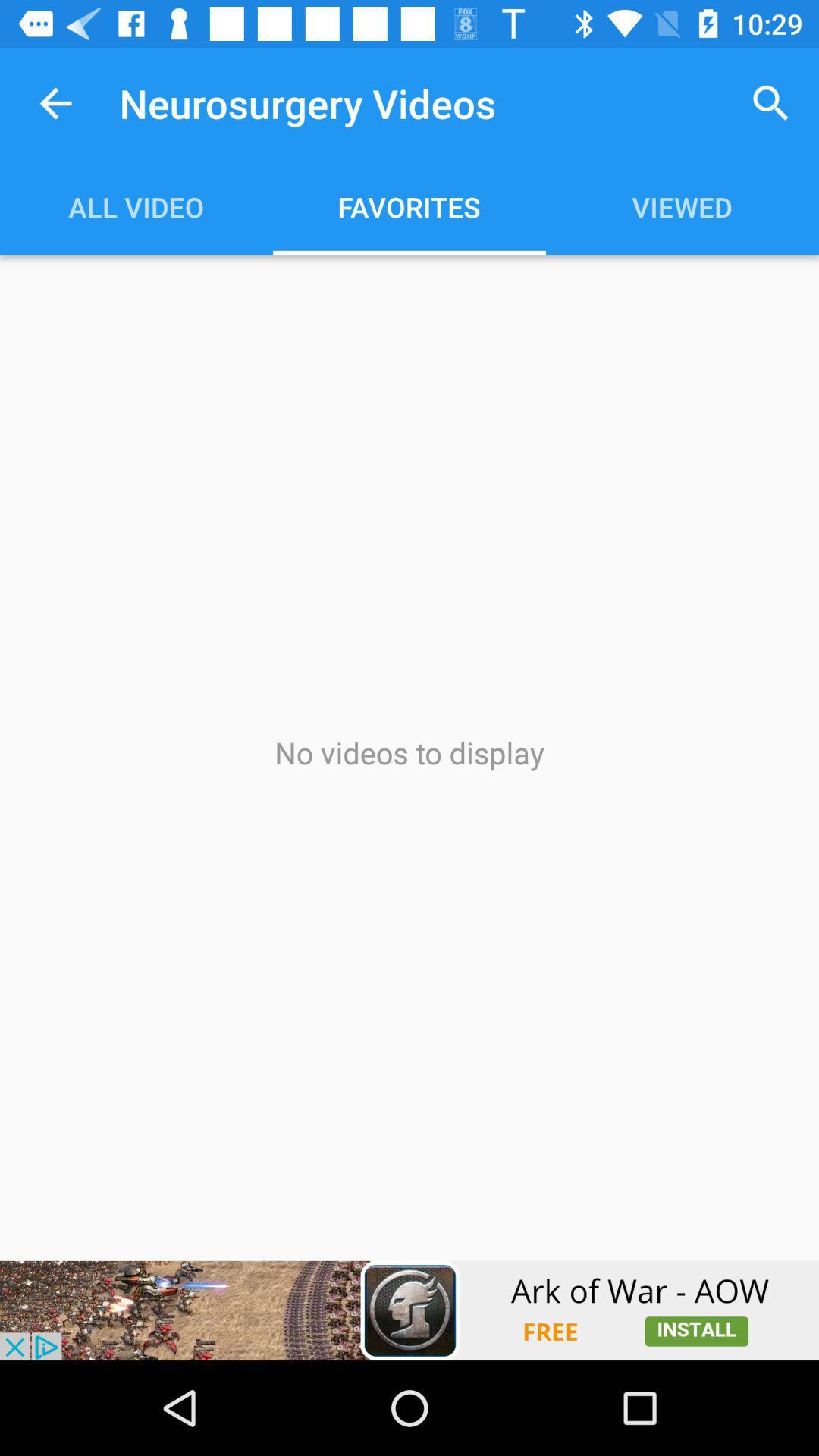 Image resolution: width=819 pixels, height=1456 pixels. I want to click on advertisement, so click(409, 1310).